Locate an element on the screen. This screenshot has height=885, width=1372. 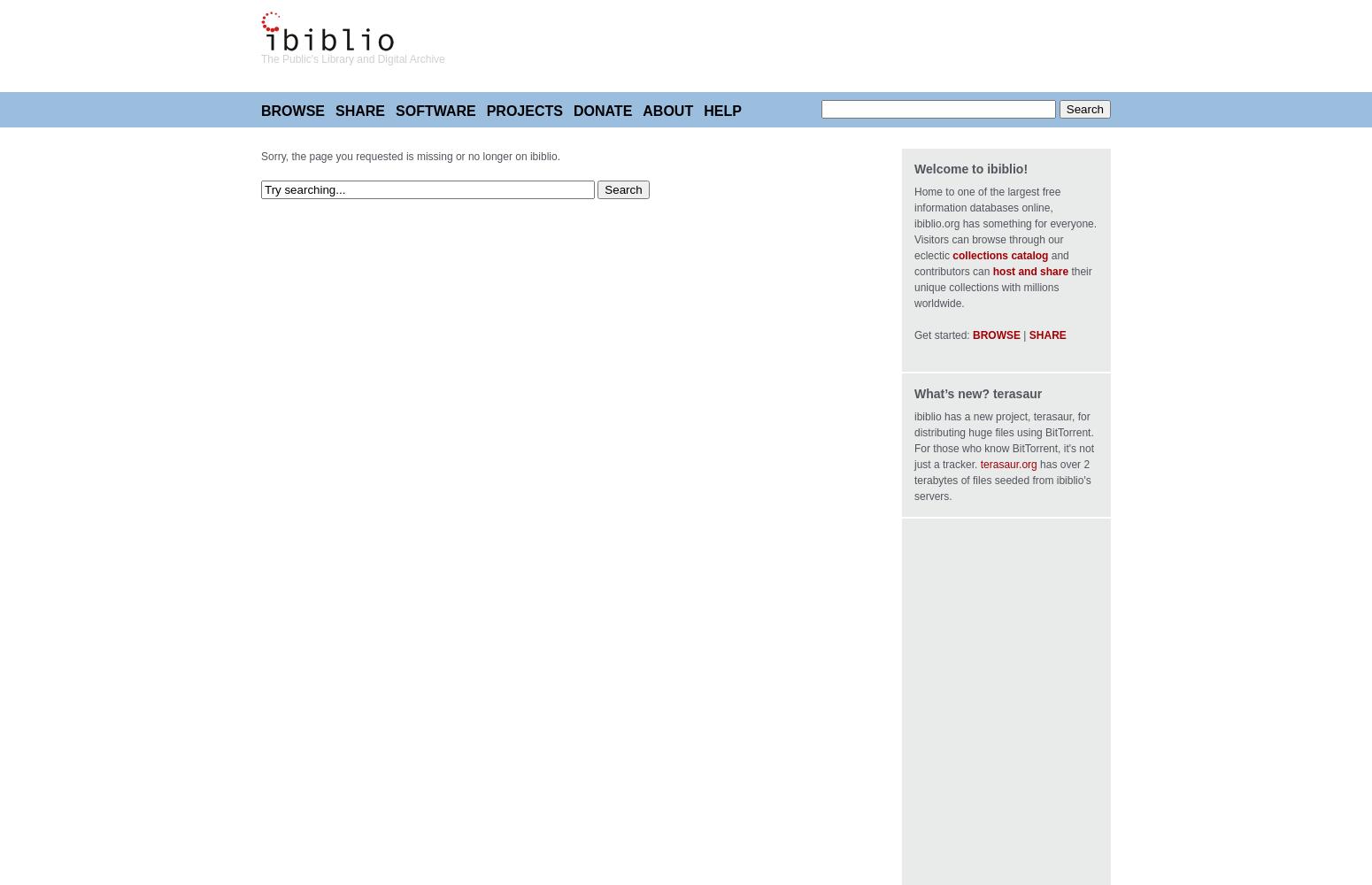
'has over 2 terabytes of files seeded from ibiblio's servers.' is located at coordinates (914, 481).